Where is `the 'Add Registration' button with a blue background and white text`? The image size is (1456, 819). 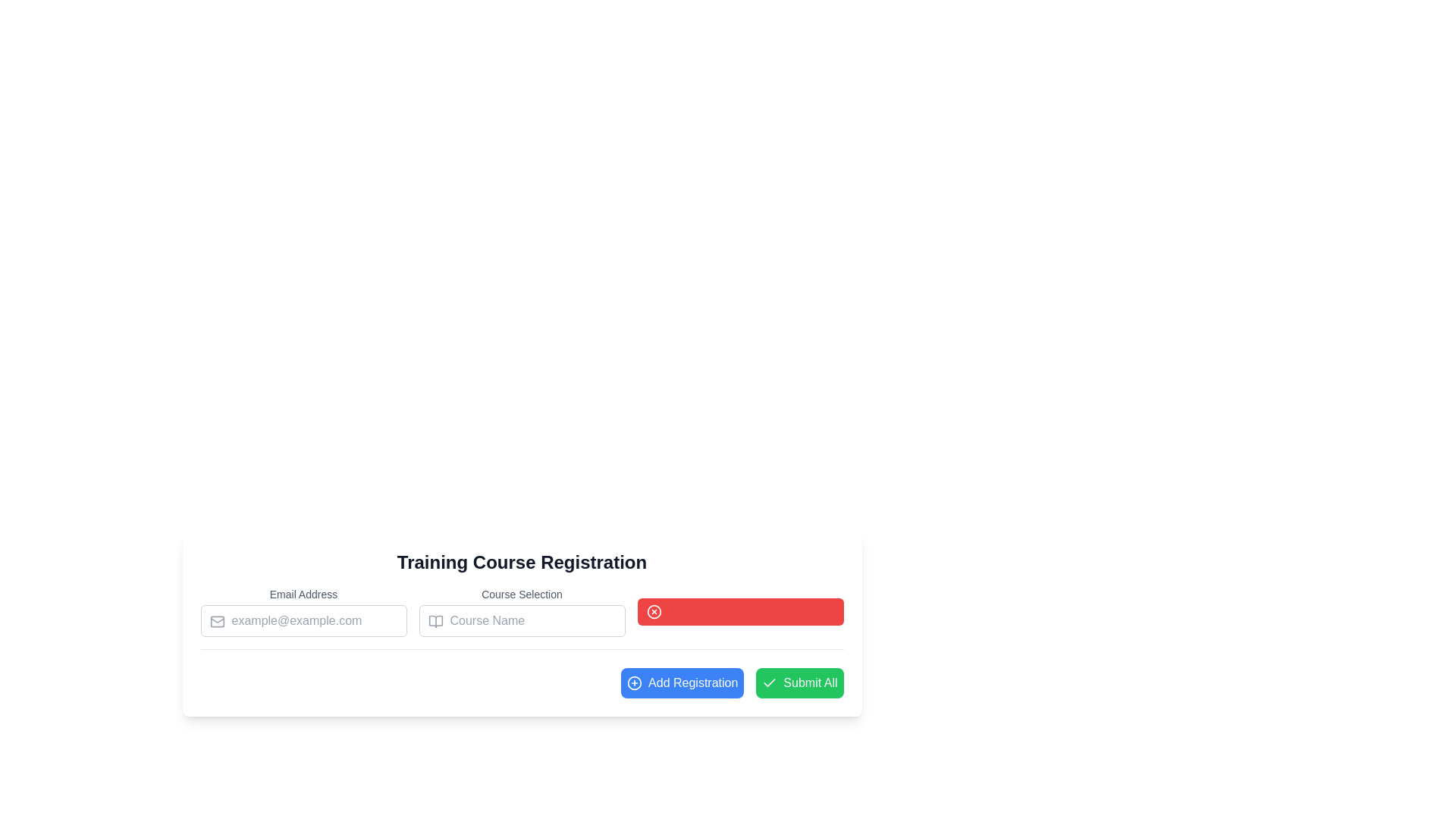 the 'Add Registration' button with a blue background and white text is located at coordinates (682, 683).